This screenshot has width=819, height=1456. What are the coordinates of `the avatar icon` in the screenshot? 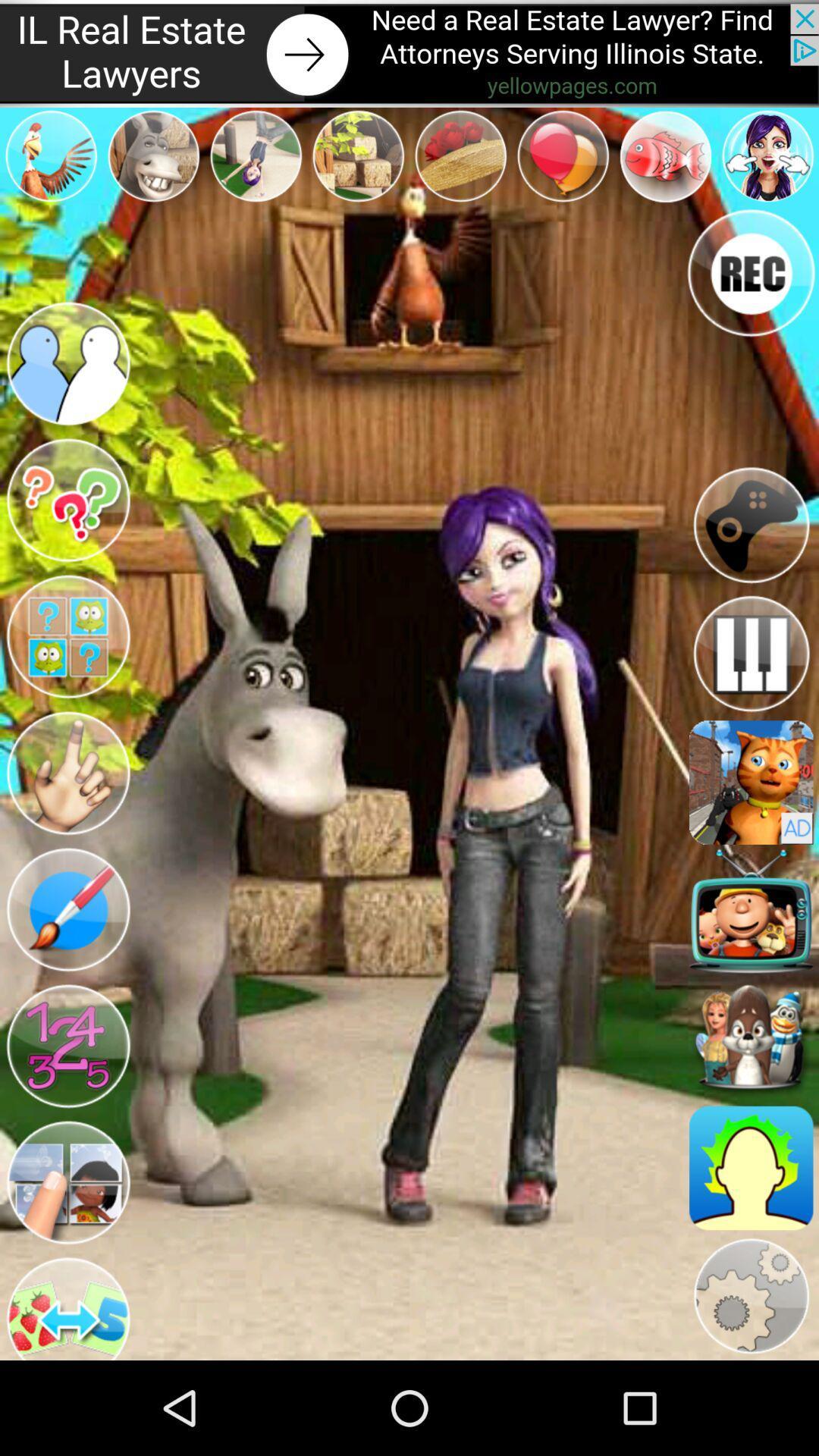 It's located at (67, 1266).